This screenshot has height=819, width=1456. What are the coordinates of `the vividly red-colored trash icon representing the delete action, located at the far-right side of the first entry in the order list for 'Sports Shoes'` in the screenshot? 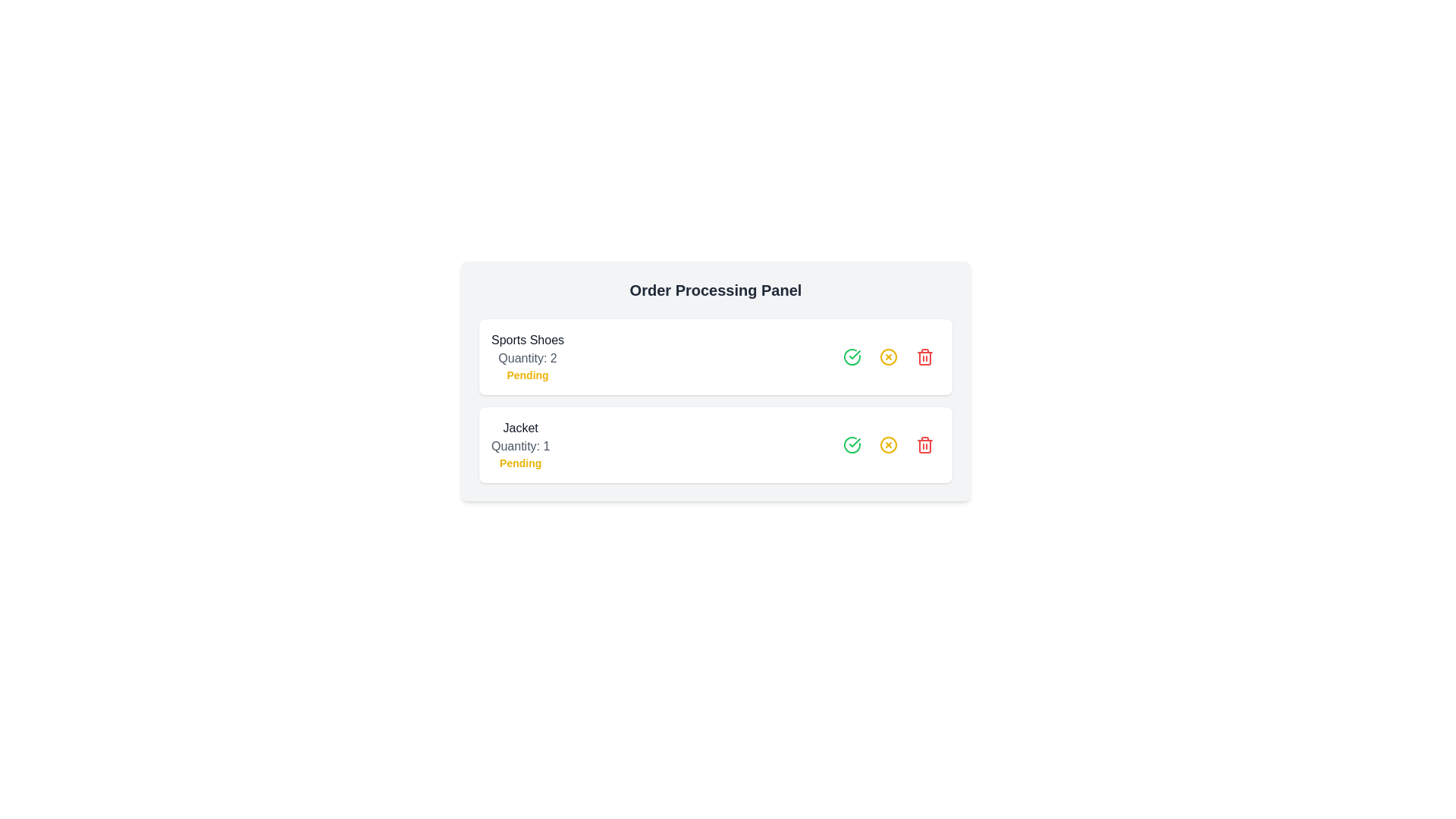 It's located at (924, 356).